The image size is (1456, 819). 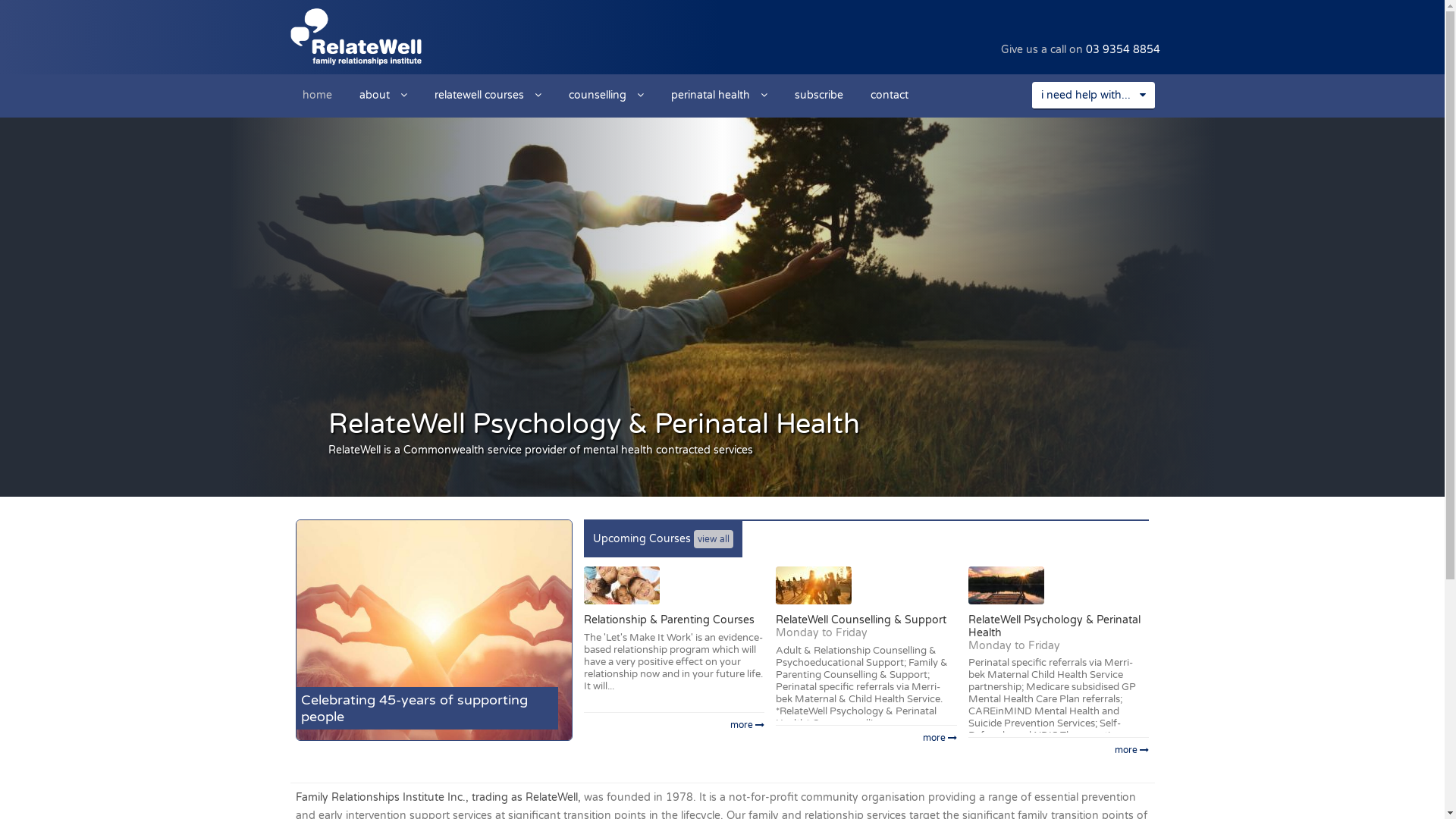 What do you see at coordinates (663, 538) in the screenshot?
I see `'Upcoming Courses view all'` at bounding box center [663, 538].